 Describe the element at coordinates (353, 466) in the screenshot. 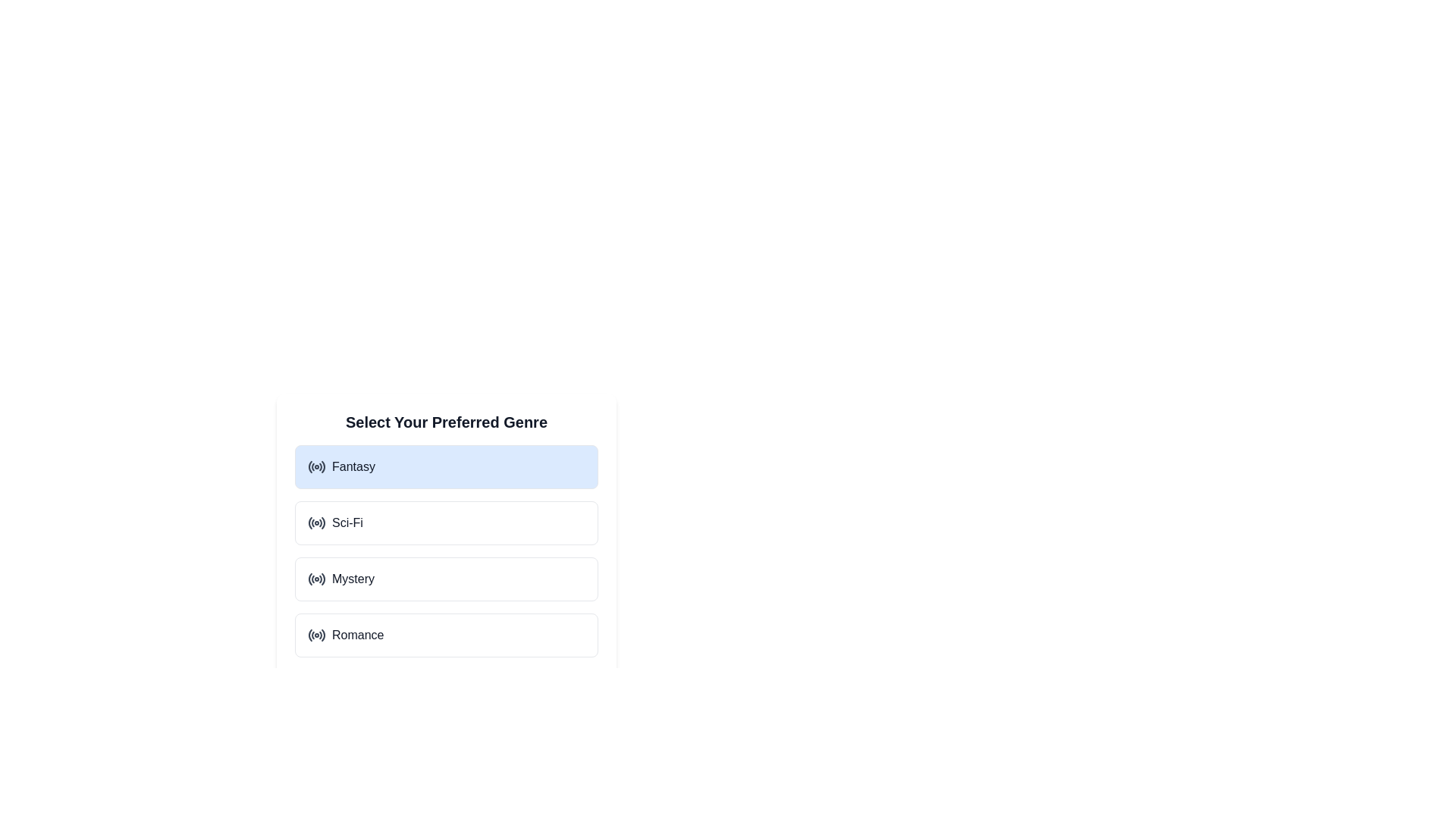

I see `text label that identifies the genre option 'Fantasy' located within the first card option under the heading 'Select Your Preferred Genre.'` at that location.